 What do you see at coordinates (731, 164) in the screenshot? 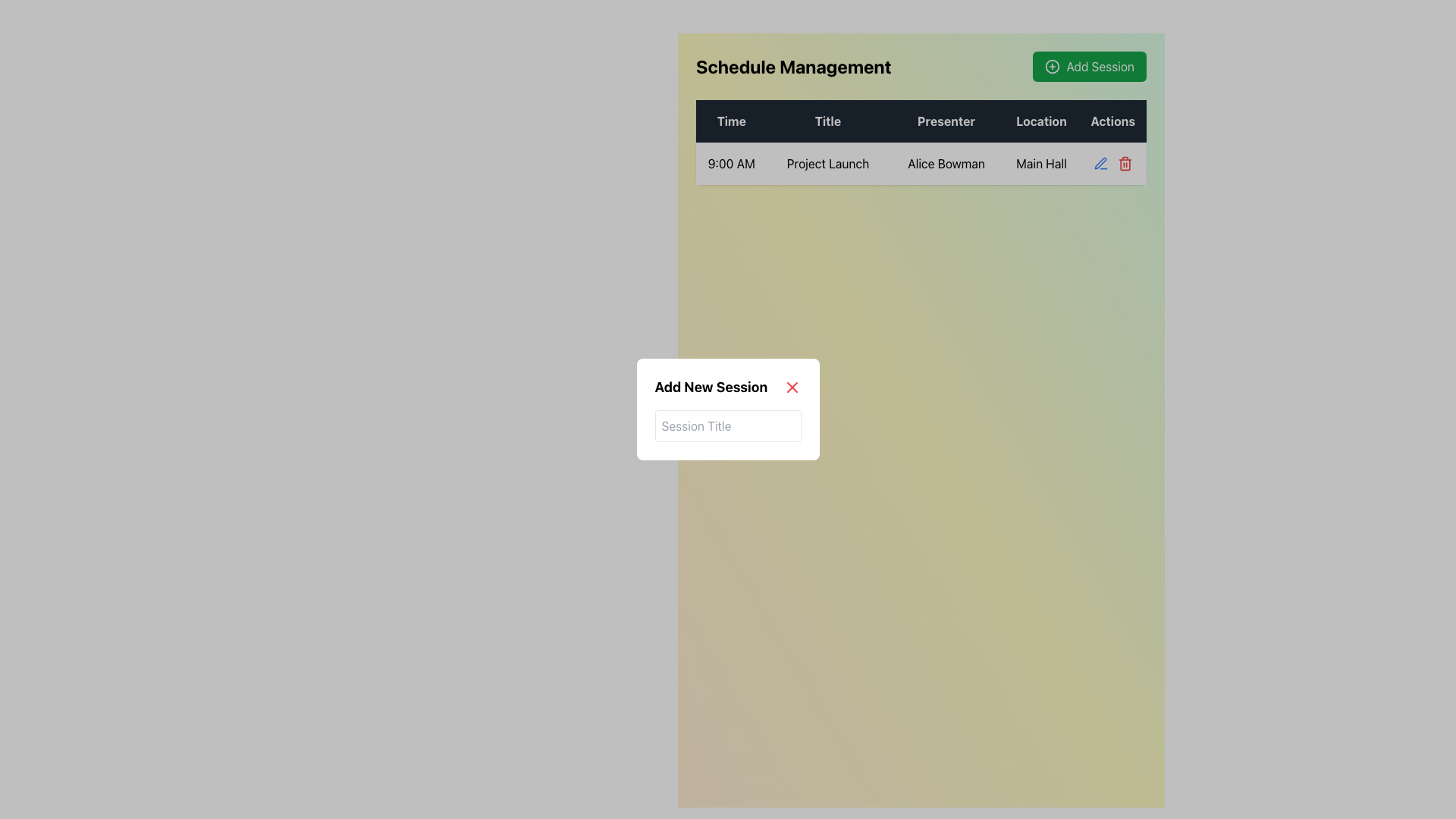
I see `the text label displaying '9:00 AM' located in the first row and first column of the table under the 'Schedule Management' header` at bounding box center [731, 164].